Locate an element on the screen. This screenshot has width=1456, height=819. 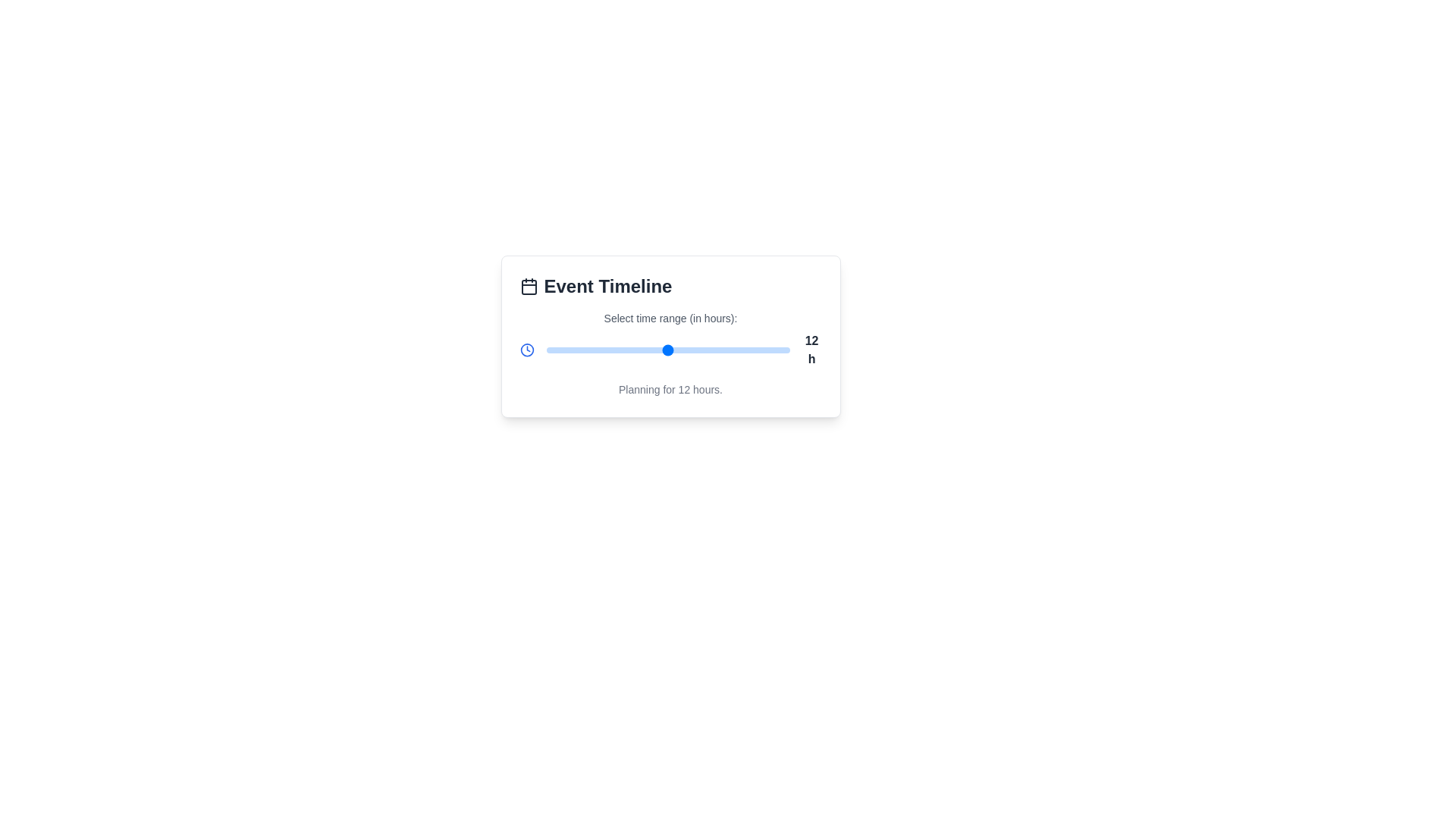
the number of hours is located at coordinates (617, 350).